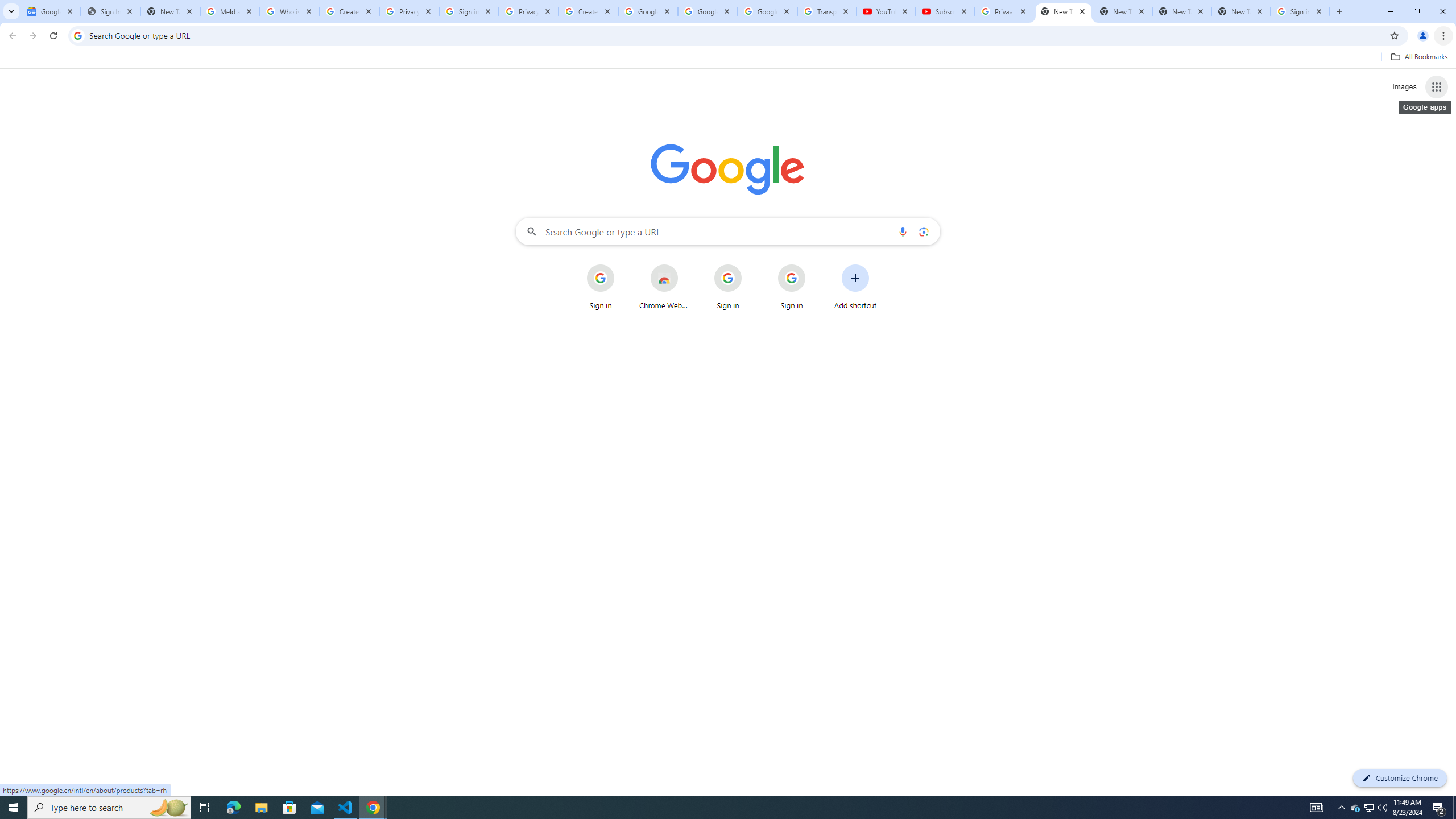 Image resolution: width=1456 pixels, height=819 pixels. What do you see at coordinates (588, 11) in the screenshot?
I see `'Create your Google Account'` at bounding box center [588, 11].